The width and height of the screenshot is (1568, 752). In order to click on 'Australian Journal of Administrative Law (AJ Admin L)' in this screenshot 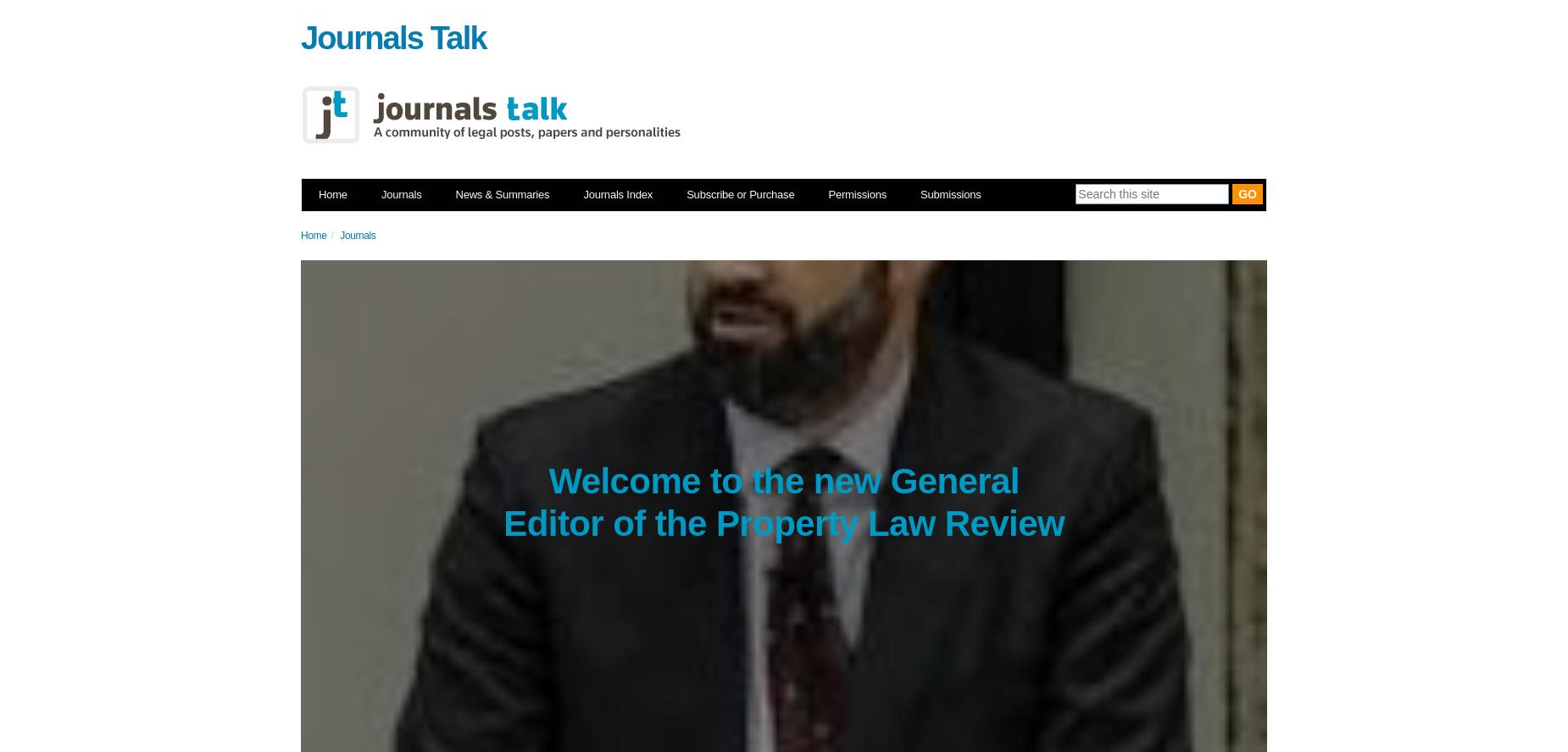, I will do `click(620, 363)`.